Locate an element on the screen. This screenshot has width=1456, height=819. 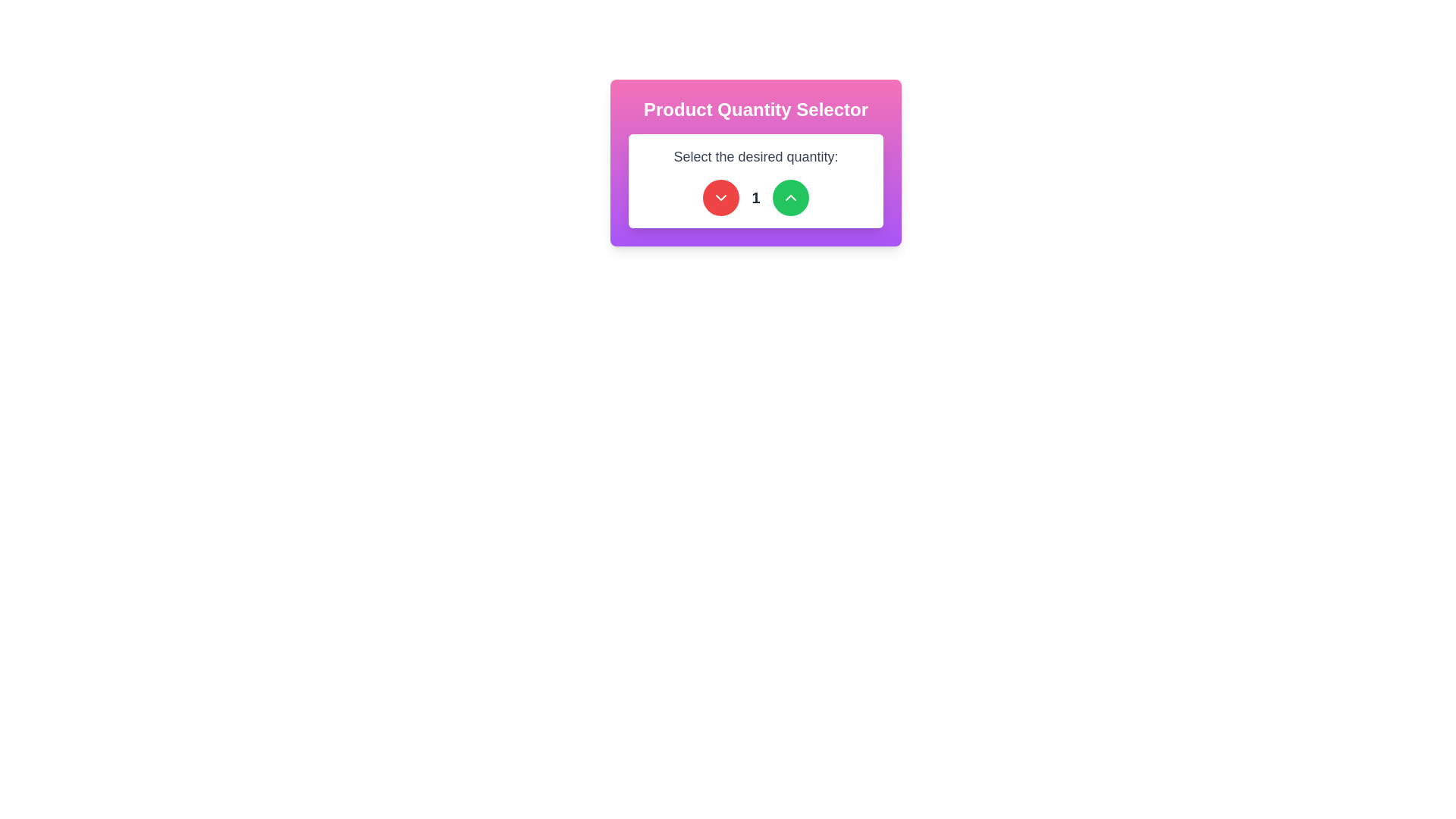
the button to the right of the numeric value in the product quantity selector to increment the quantity is located at coordinates (786, 197).